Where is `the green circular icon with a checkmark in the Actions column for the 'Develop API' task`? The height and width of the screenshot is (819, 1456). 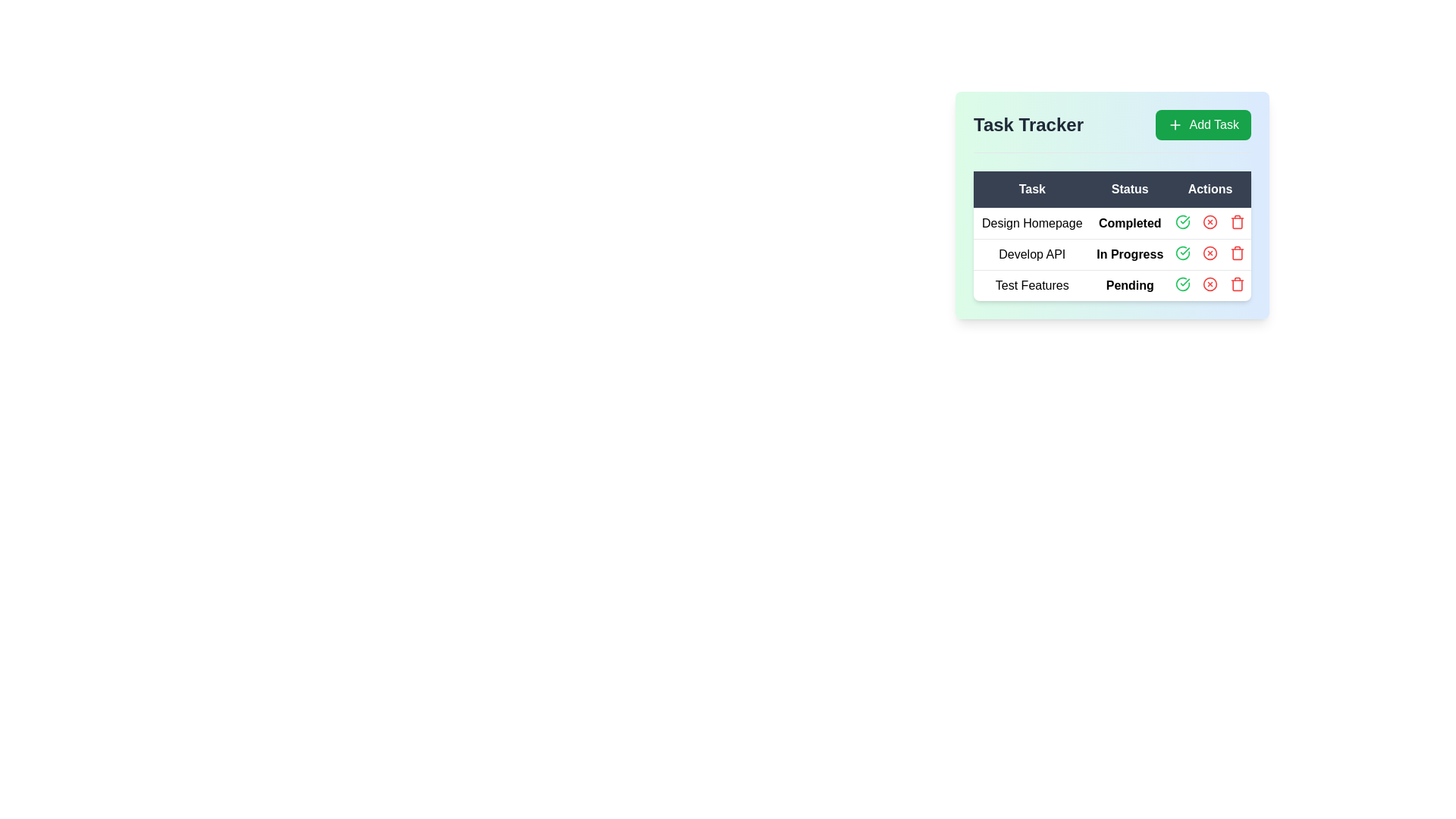
the green circular icon with a checkmark in the Actions column for the 'Develop API' task is located at coordinates (1182, 253).